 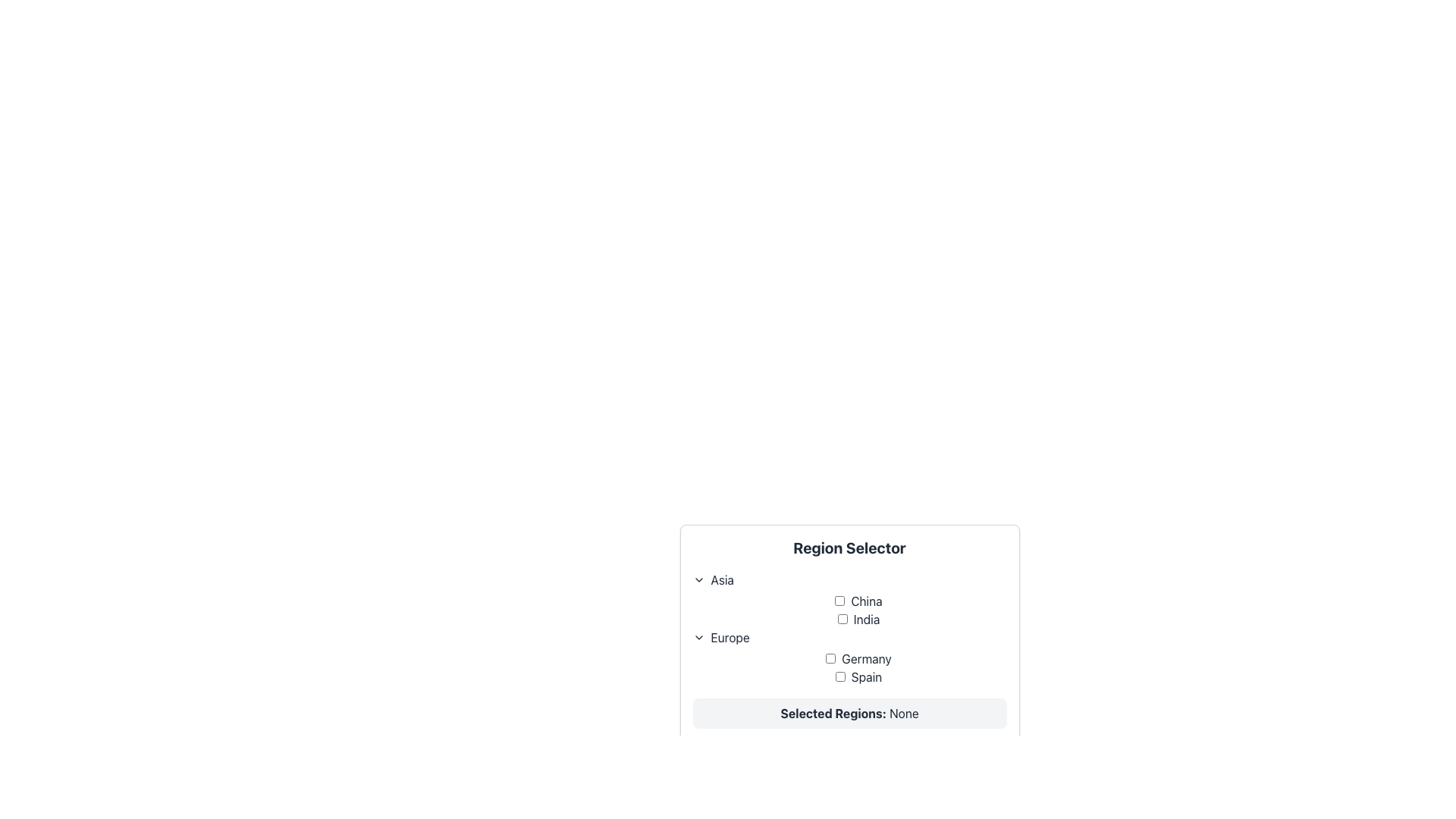 I want to click on the small downward-facing chevron icon located immediately to the left of the 'Europe' label, so click(x=698, y=637).